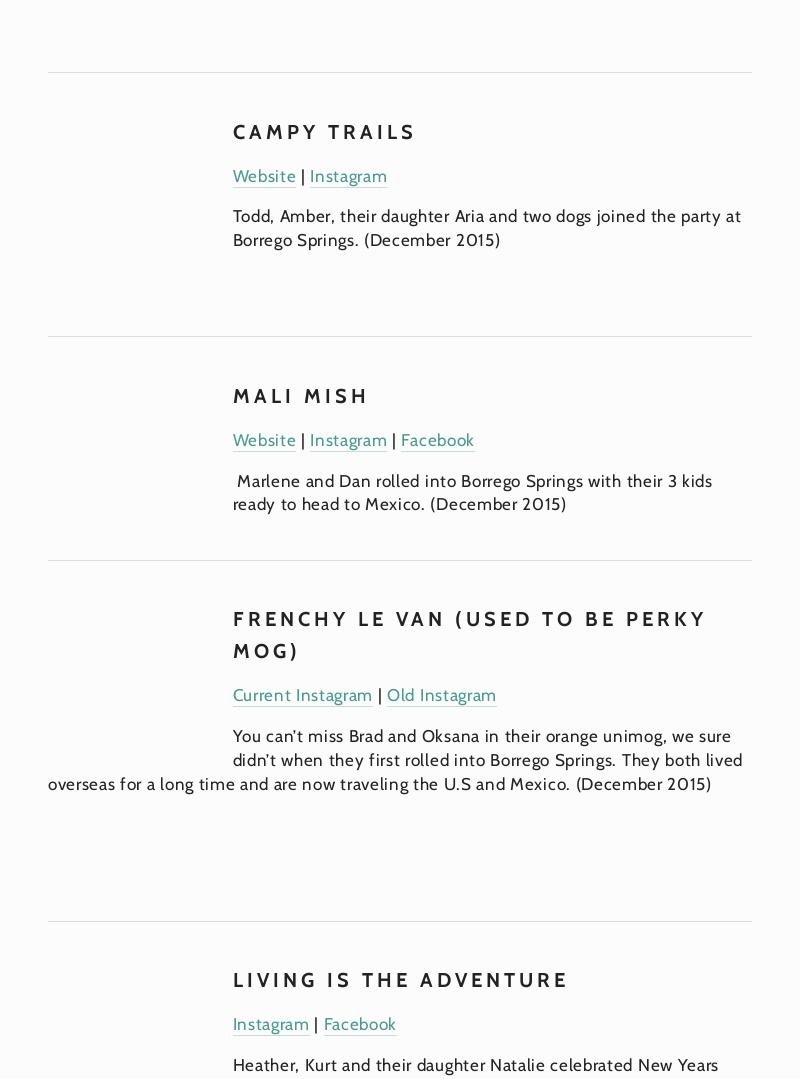 This screenshot has height=1079, width=800. What do you see at coordinates (231, 394) in the screenshot?
I see `'Mali Mish'` at bounding box center [231, 394].